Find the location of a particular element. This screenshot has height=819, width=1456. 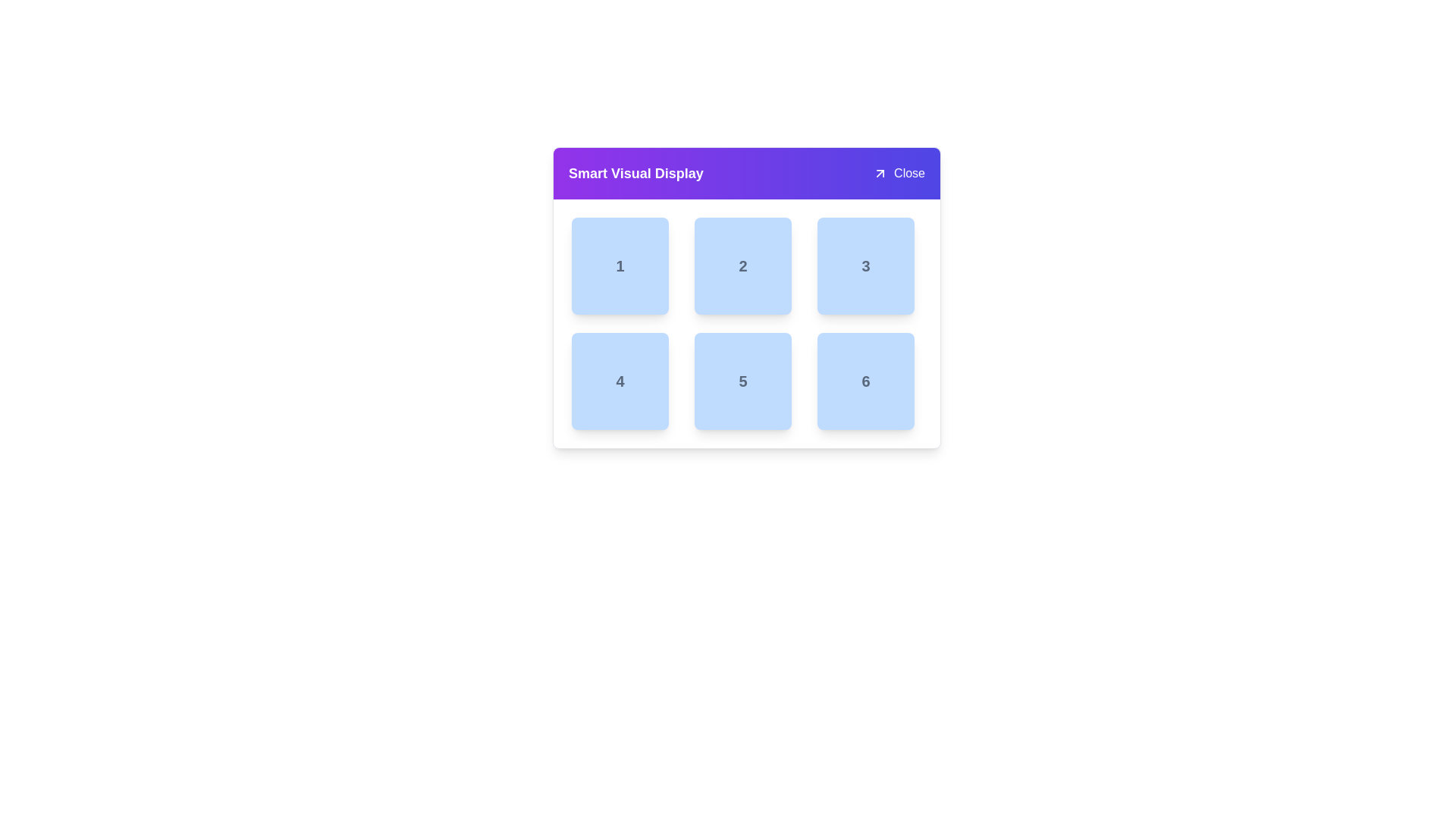

the diagonal arrow icon styled as a button, which is located immediately to the left of the 'Close' text in the header area of a card is located at coordinates (880, 172).